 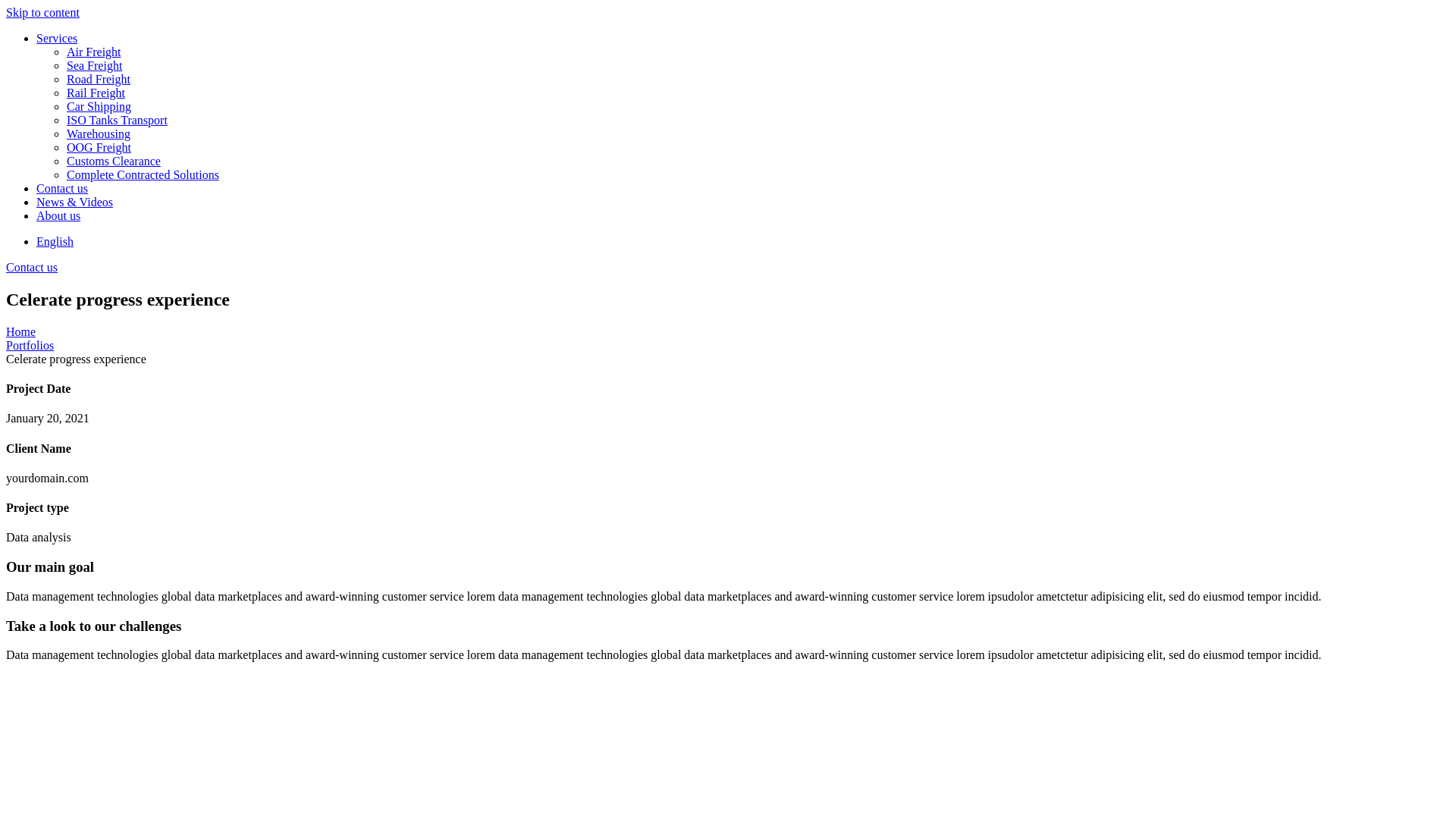 What do you see at coordinates (758, 79) in the screenshot?
I see `'Road Freight'` at bounding box center [758, 79].